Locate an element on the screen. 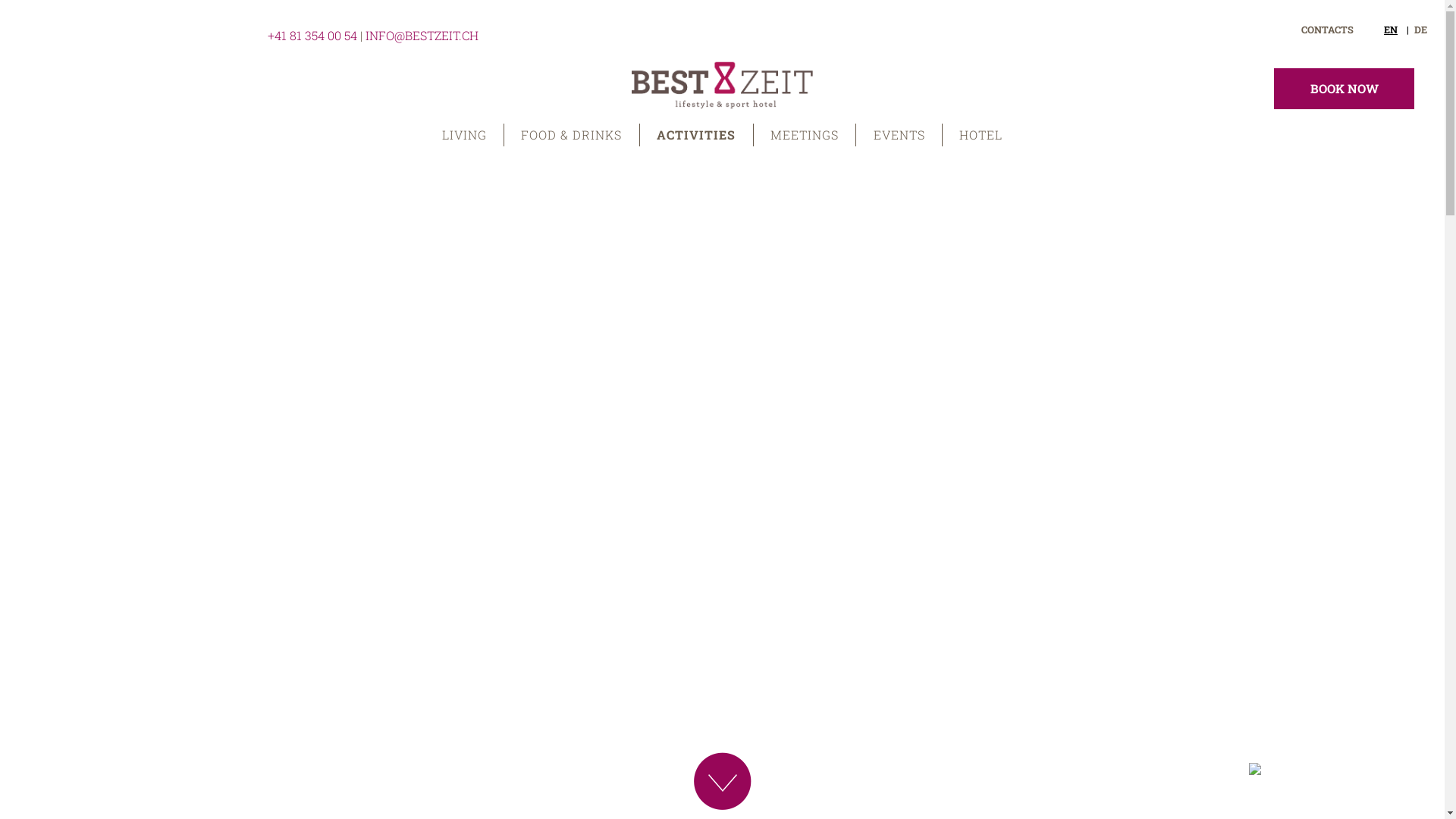  'HOTEL' is located at coordinates (942, 133).